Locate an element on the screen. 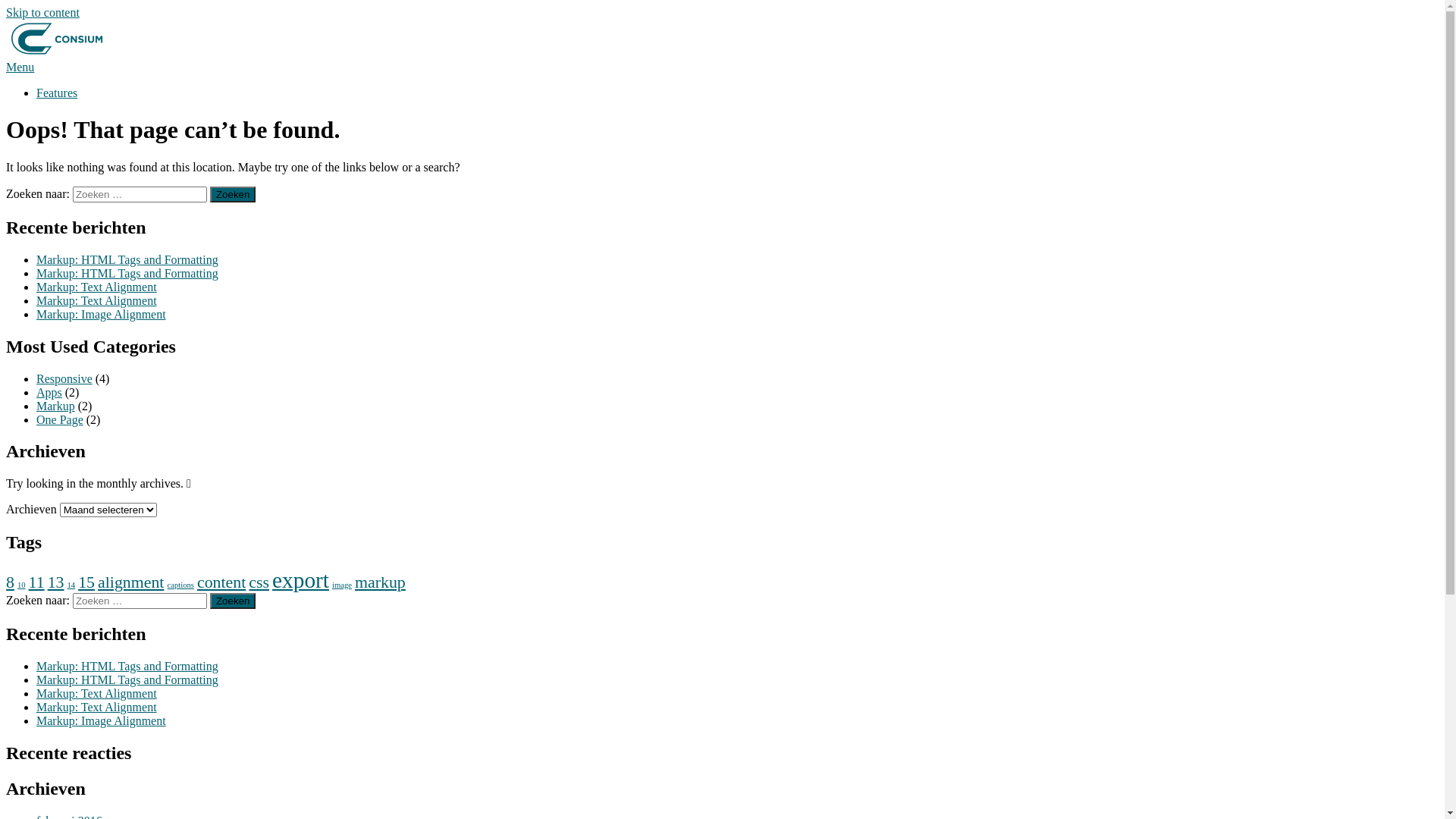  'image' is located at coordinates (341, 584).